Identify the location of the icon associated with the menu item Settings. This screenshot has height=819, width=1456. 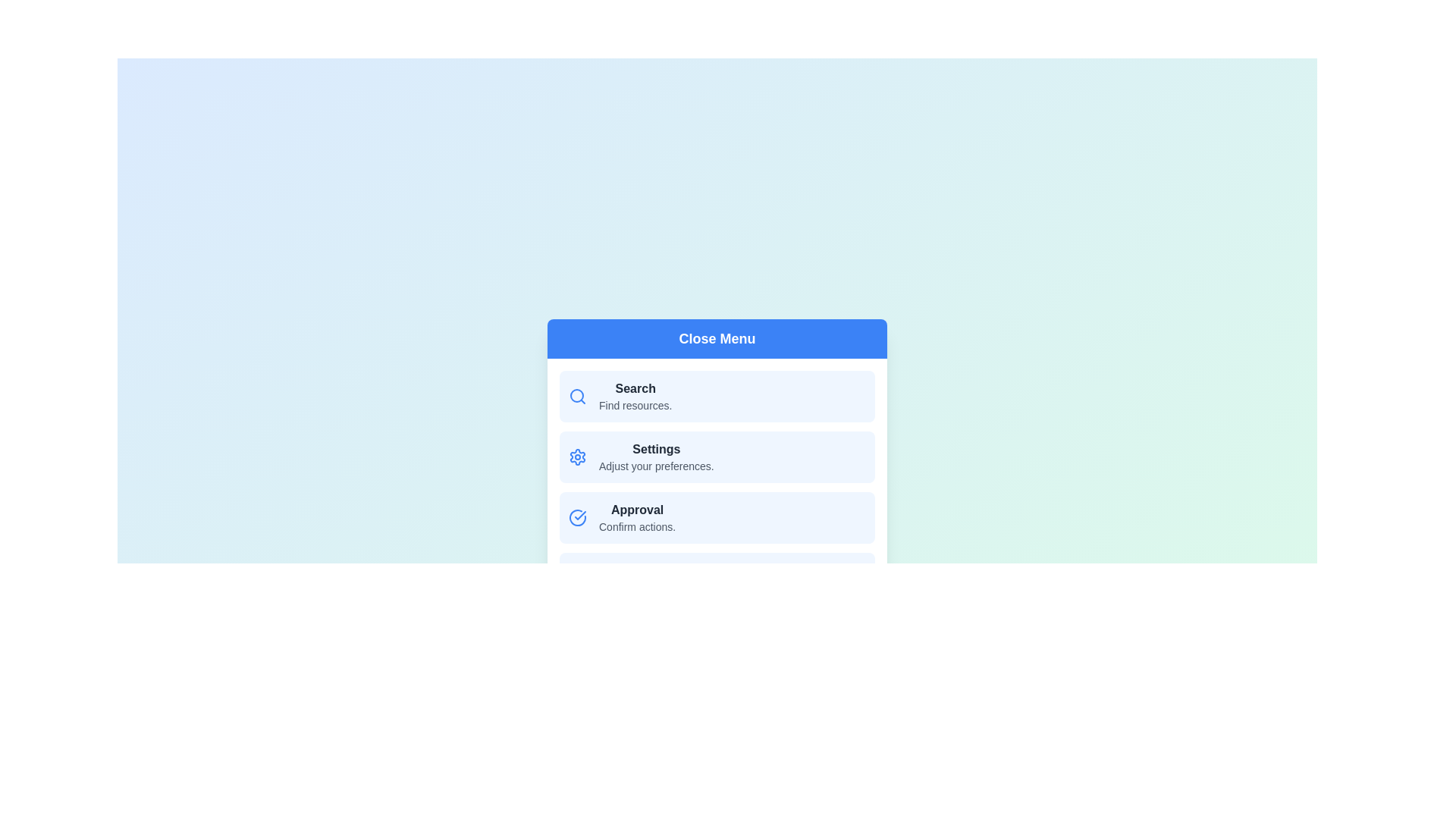
(577, 456).